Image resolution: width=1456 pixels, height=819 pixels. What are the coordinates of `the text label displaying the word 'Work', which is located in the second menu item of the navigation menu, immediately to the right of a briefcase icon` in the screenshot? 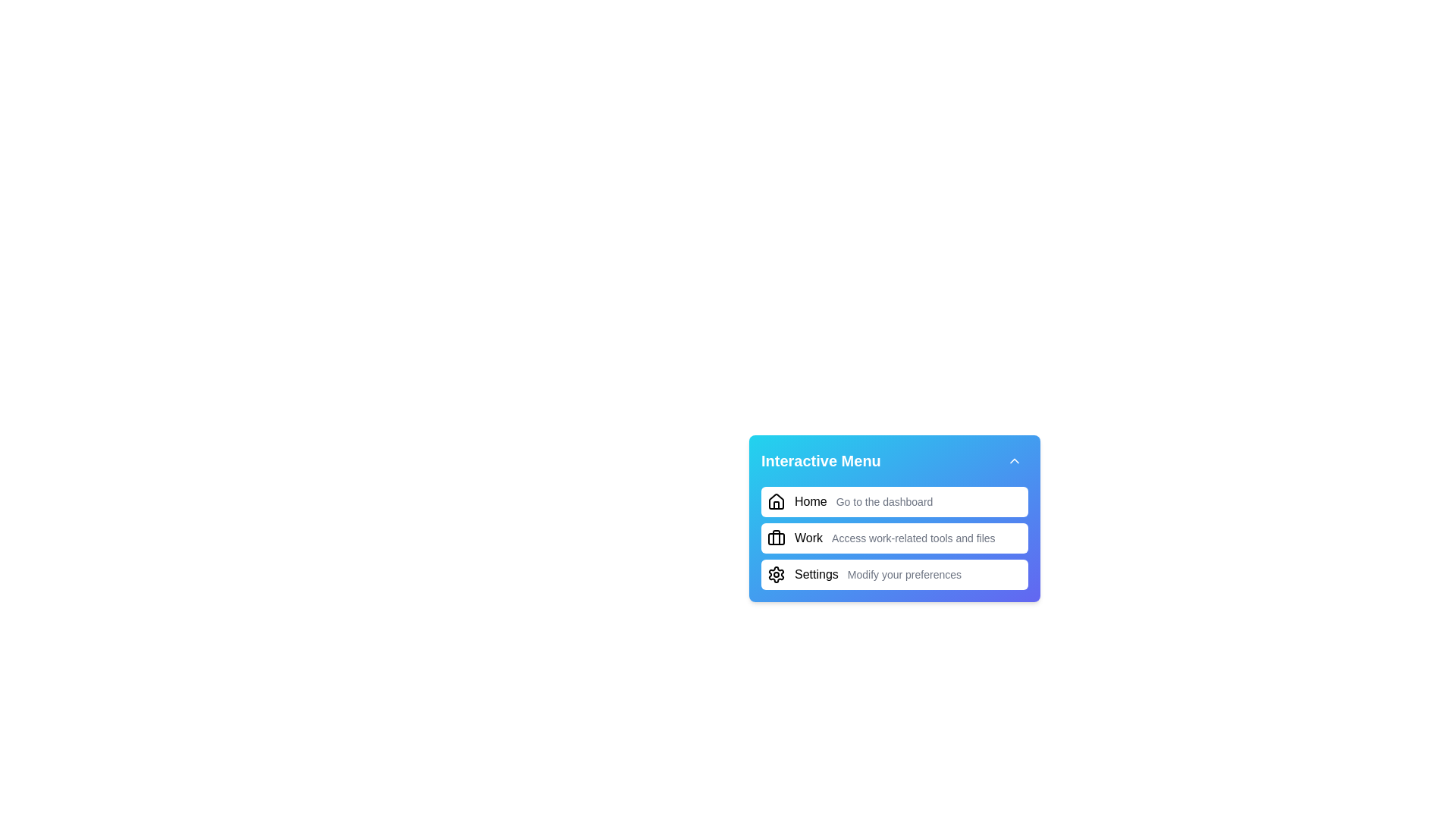 It's located at (808, 537).